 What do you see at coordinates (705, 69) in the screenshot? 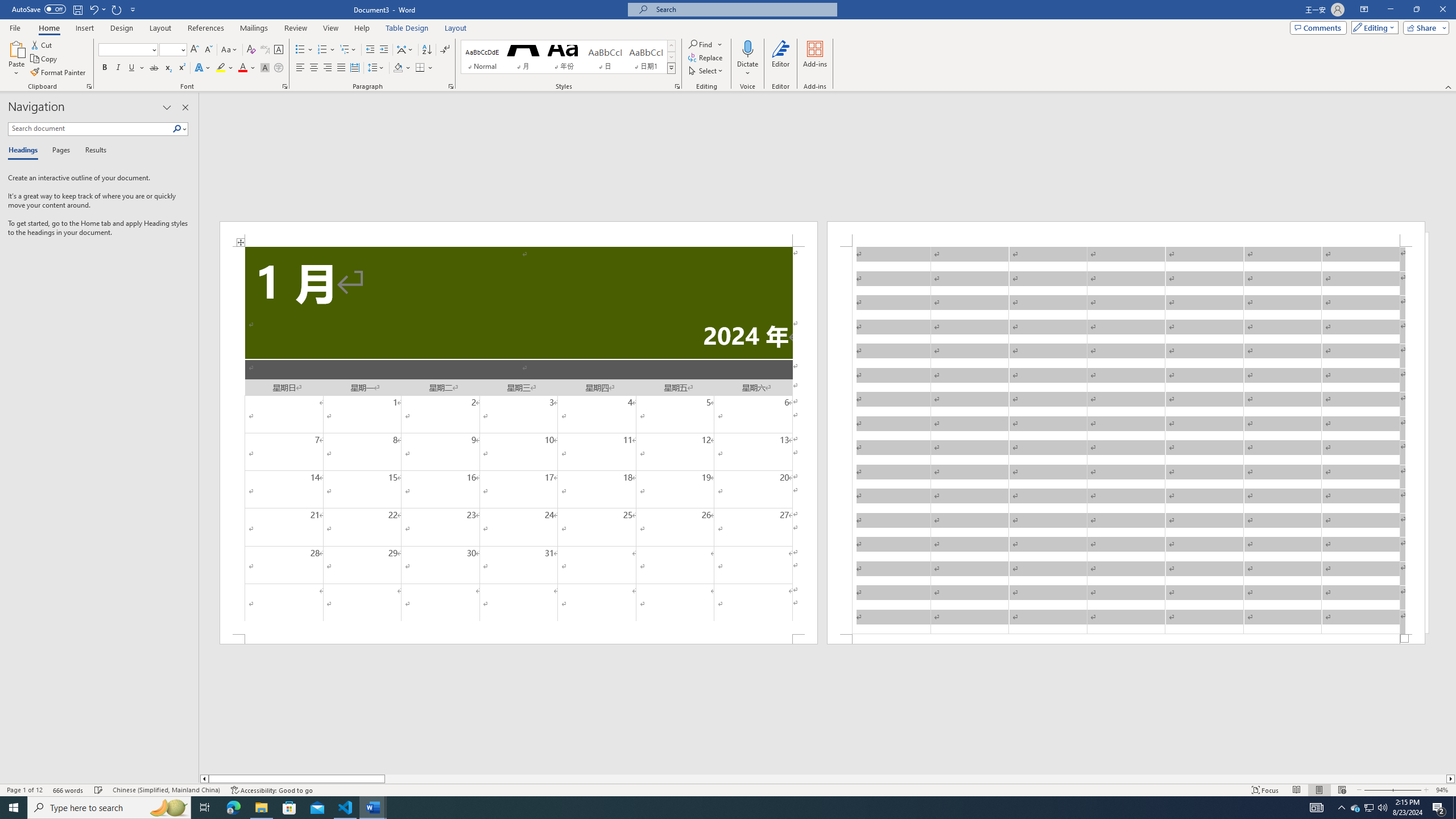
I see `'Select'` at bounding box center [705, 69].